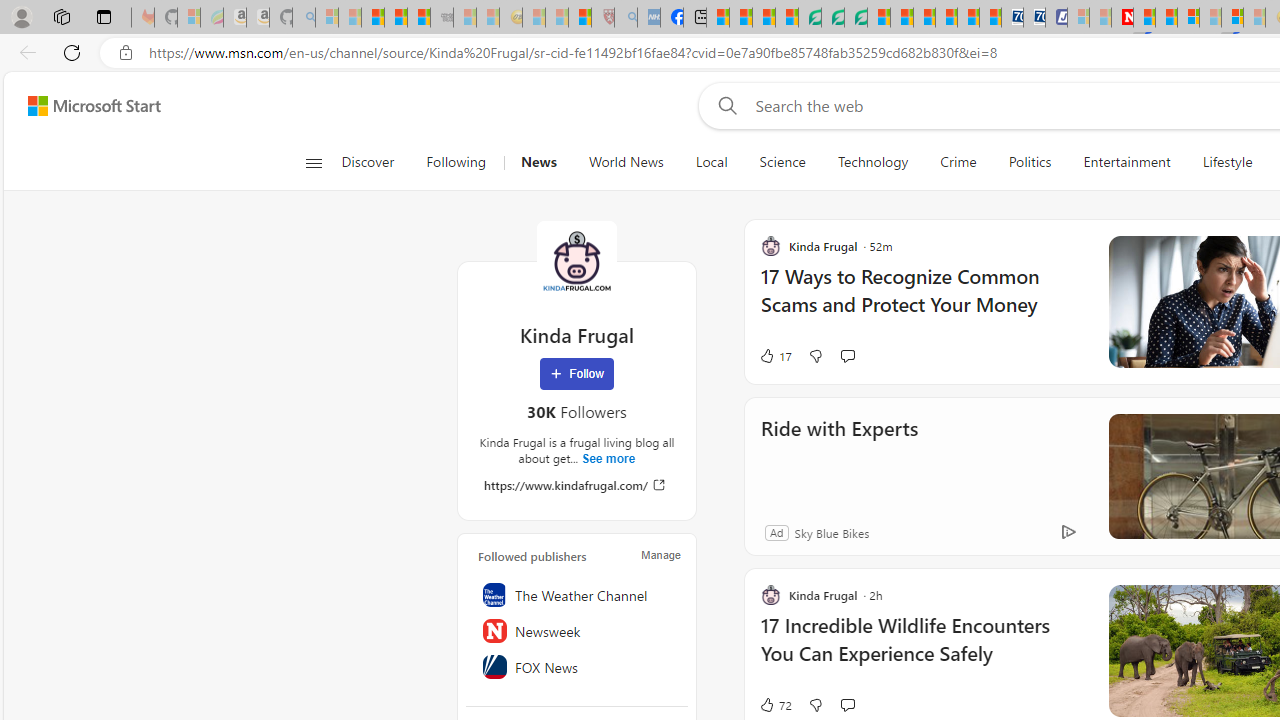 The width and height of the screenshot is (1280, 720). What do you see at coordinates (1077, 17) in the screenshot?
I see `'Microsoft account | Privacy - Sleeping'` at bounding box center [1077, 17].